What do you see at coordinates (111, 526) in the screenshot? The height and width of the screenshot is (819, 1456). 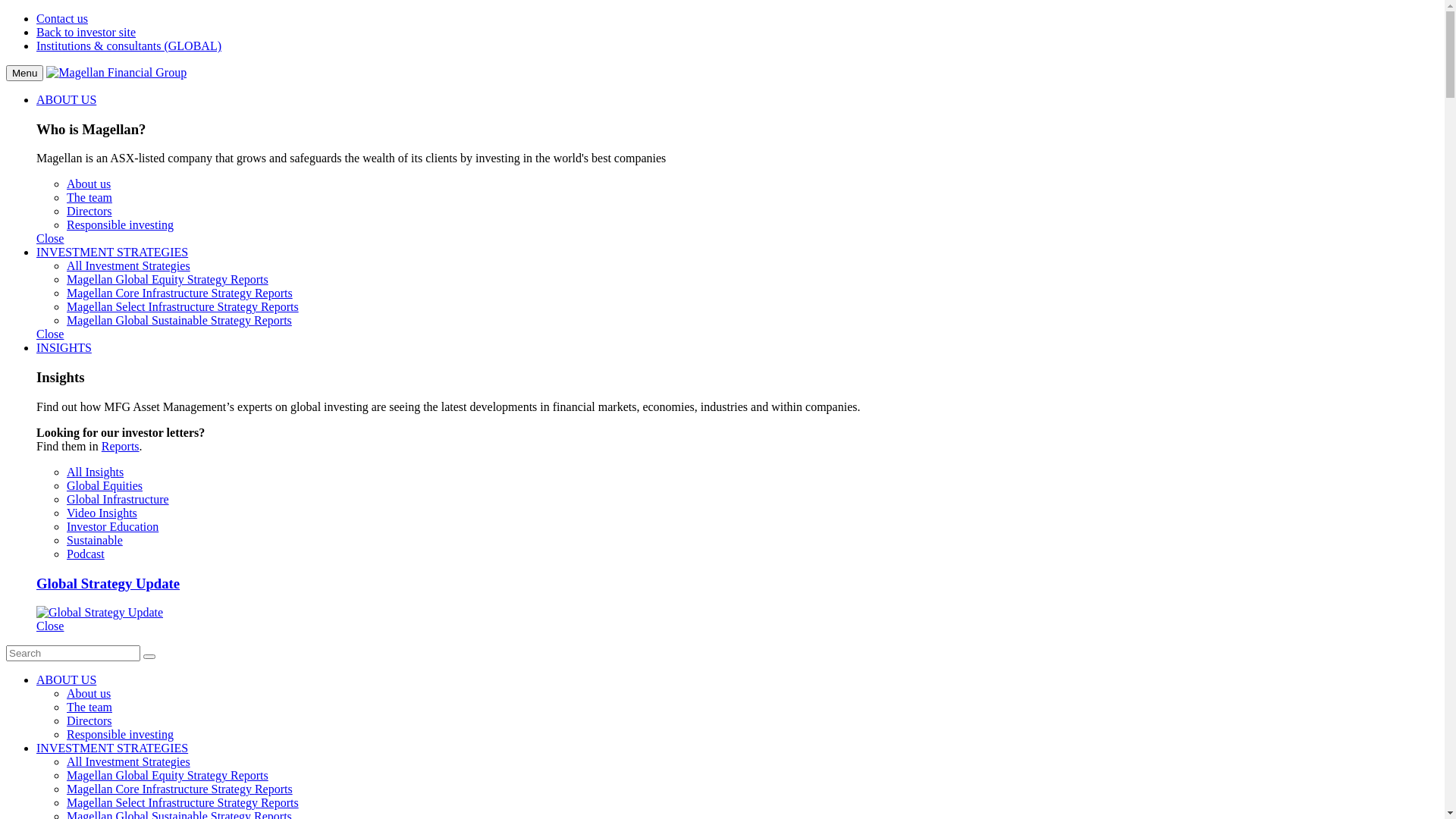 I see `'Investor Education'` at bounding box center [111, 526].